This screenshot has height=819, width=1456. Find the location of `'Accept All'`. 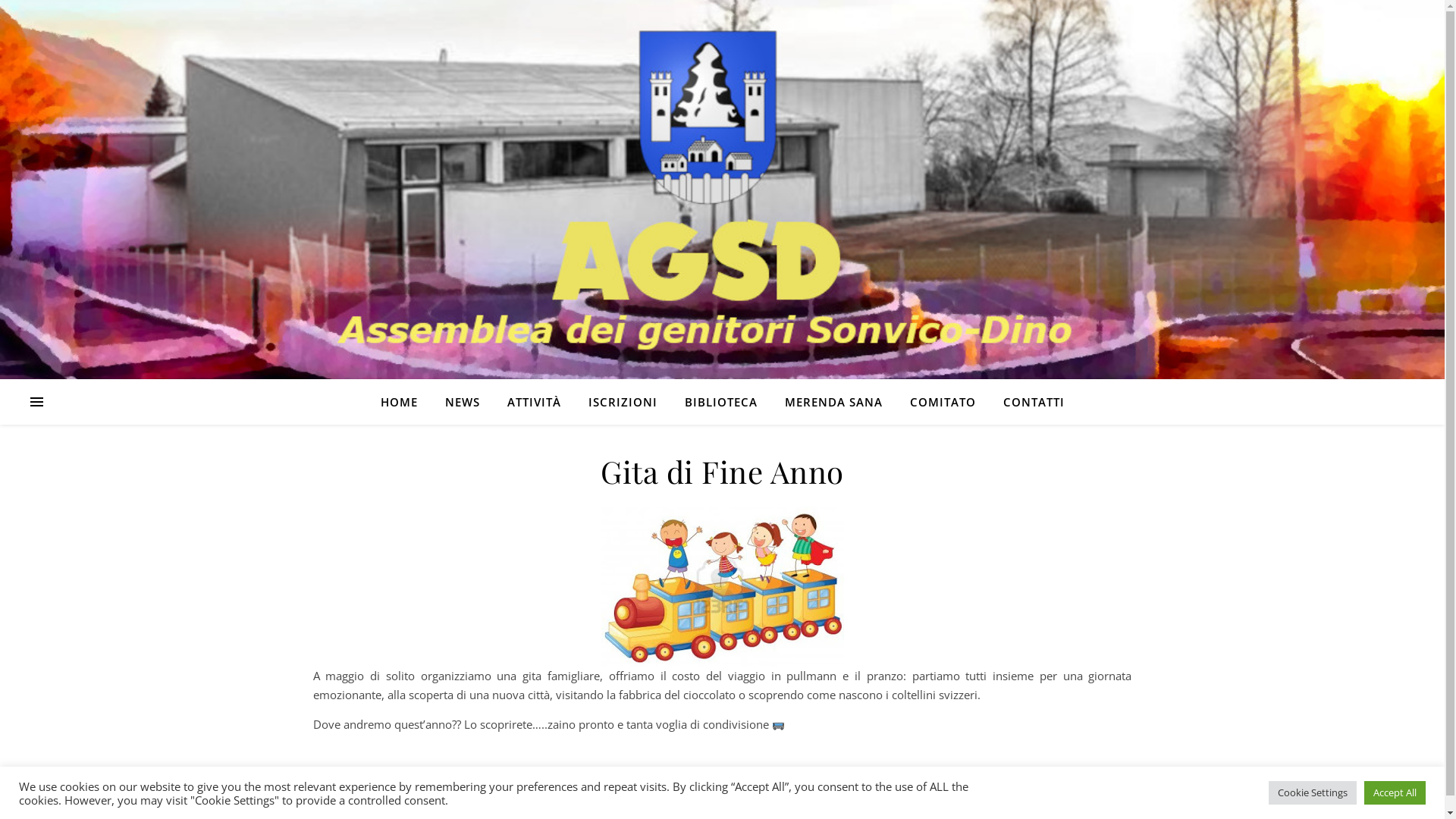

'Accept All' is located at coordinates (1395, 792).